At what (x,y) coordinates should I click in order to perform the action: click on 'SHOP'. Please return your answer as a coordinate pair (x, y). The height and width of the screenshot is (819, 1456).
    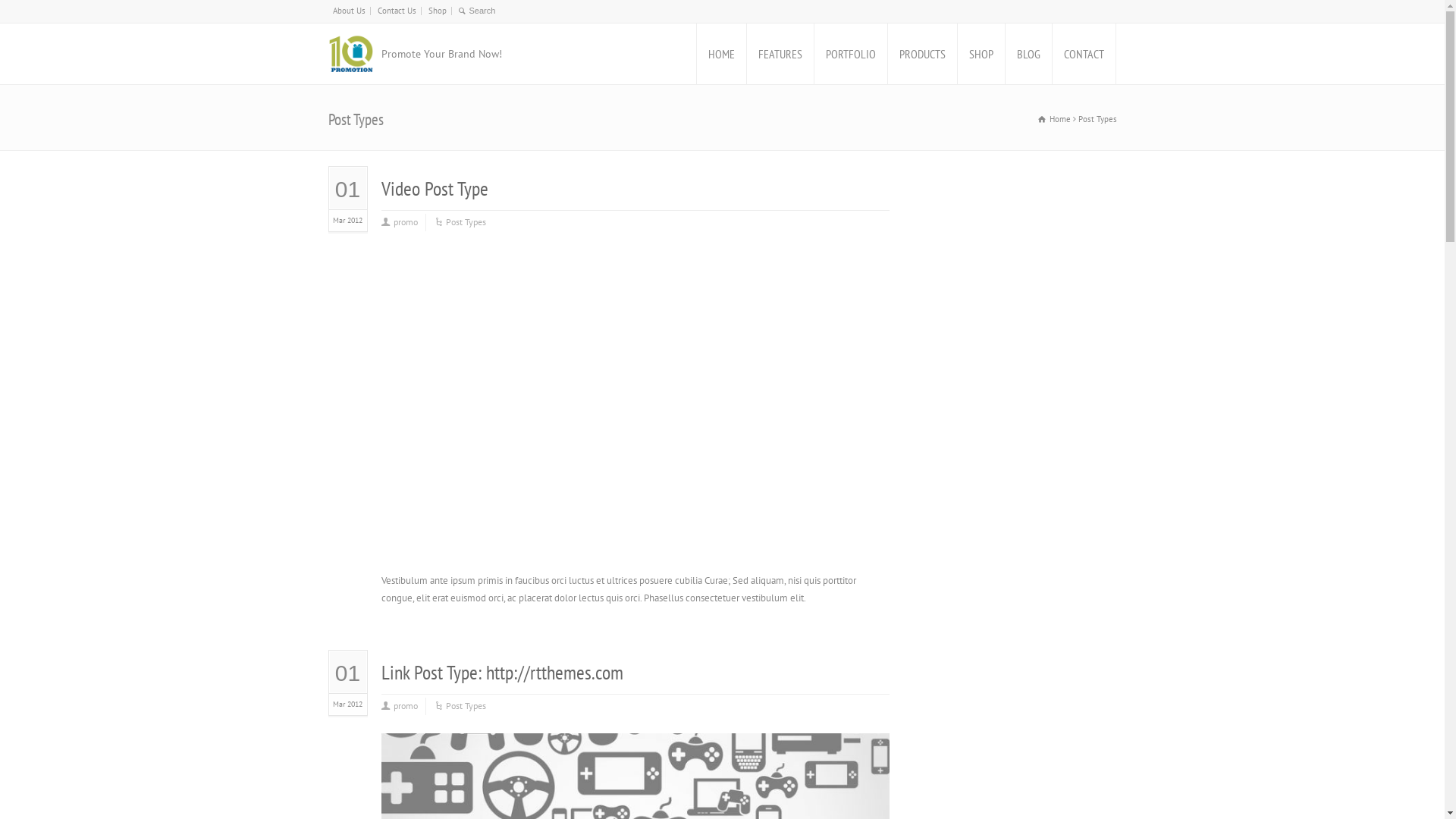
    Looking at the image, I should click on (980, 52).